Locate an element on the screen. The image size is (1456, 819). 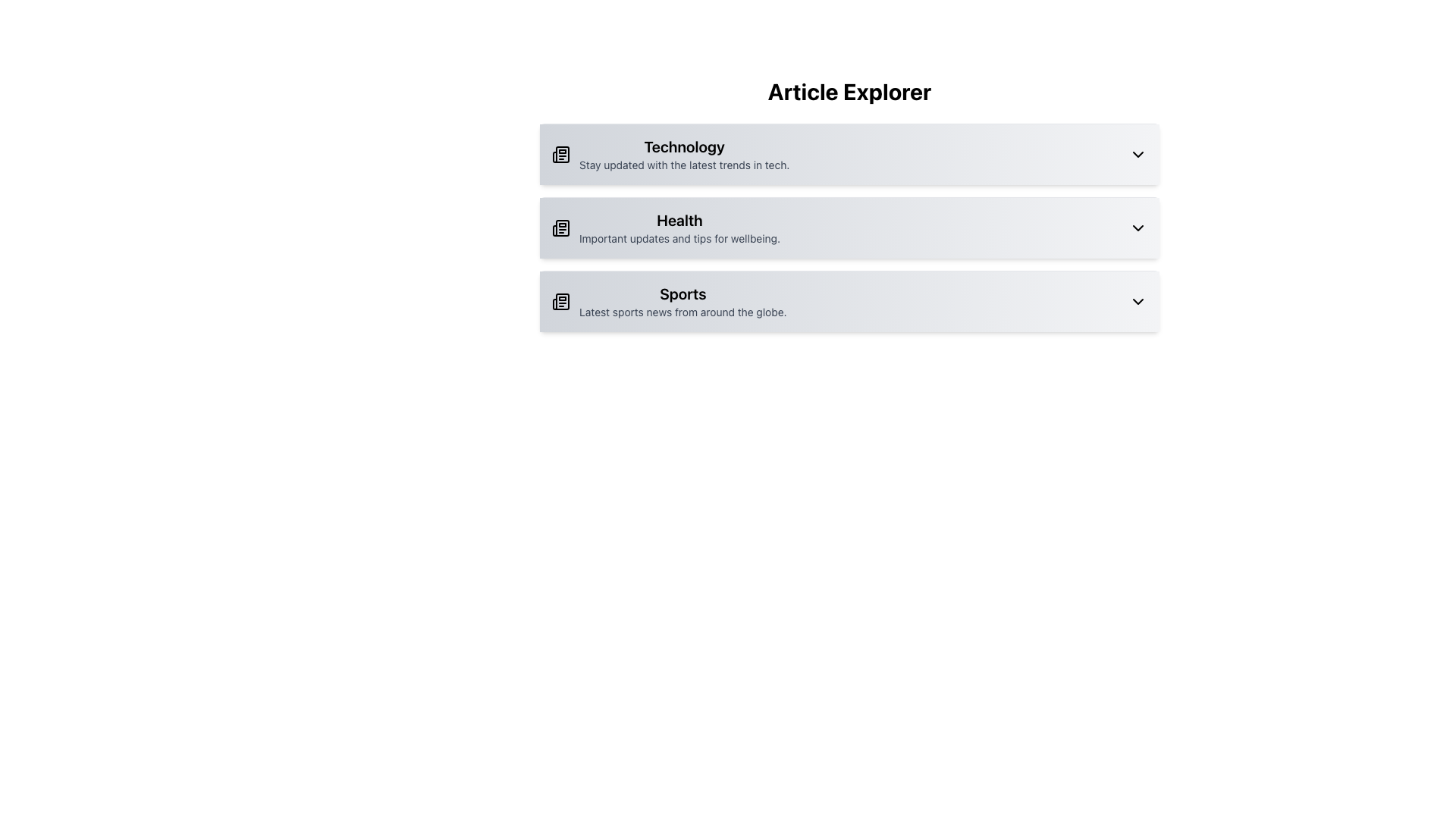
the 'Technology' category header, which includes an icon and a description, to navigate to its content is located at coordinates (670, 155).